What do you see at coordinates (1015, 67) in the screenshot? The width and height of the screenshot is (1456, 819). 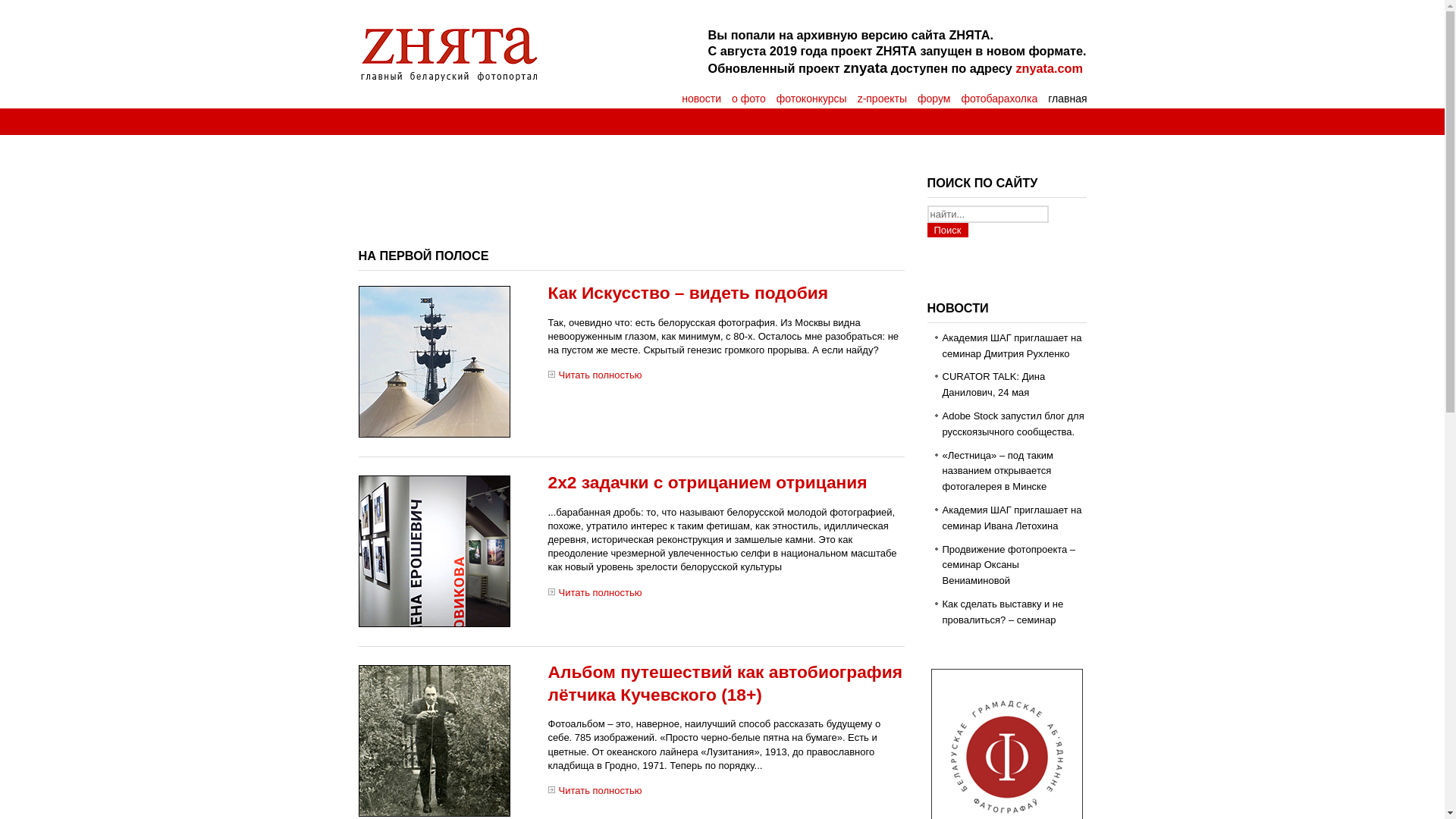 I see `'znyata.com'` at bounding box center [1015, 67].